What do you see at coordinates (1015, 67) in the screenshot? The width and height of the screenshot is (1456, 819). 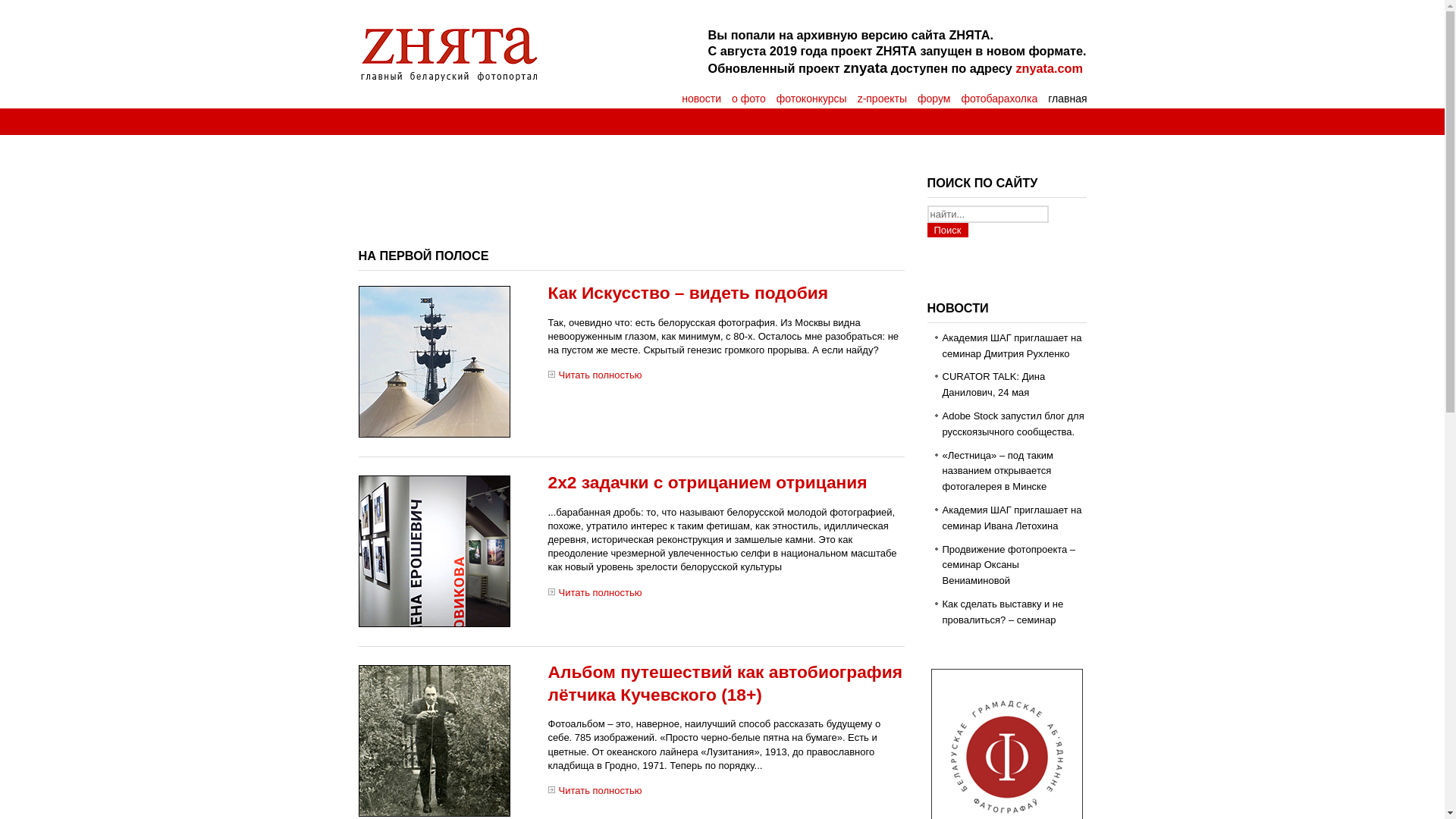 I see `'znyata.com'` at bounding box center [1015, 67].